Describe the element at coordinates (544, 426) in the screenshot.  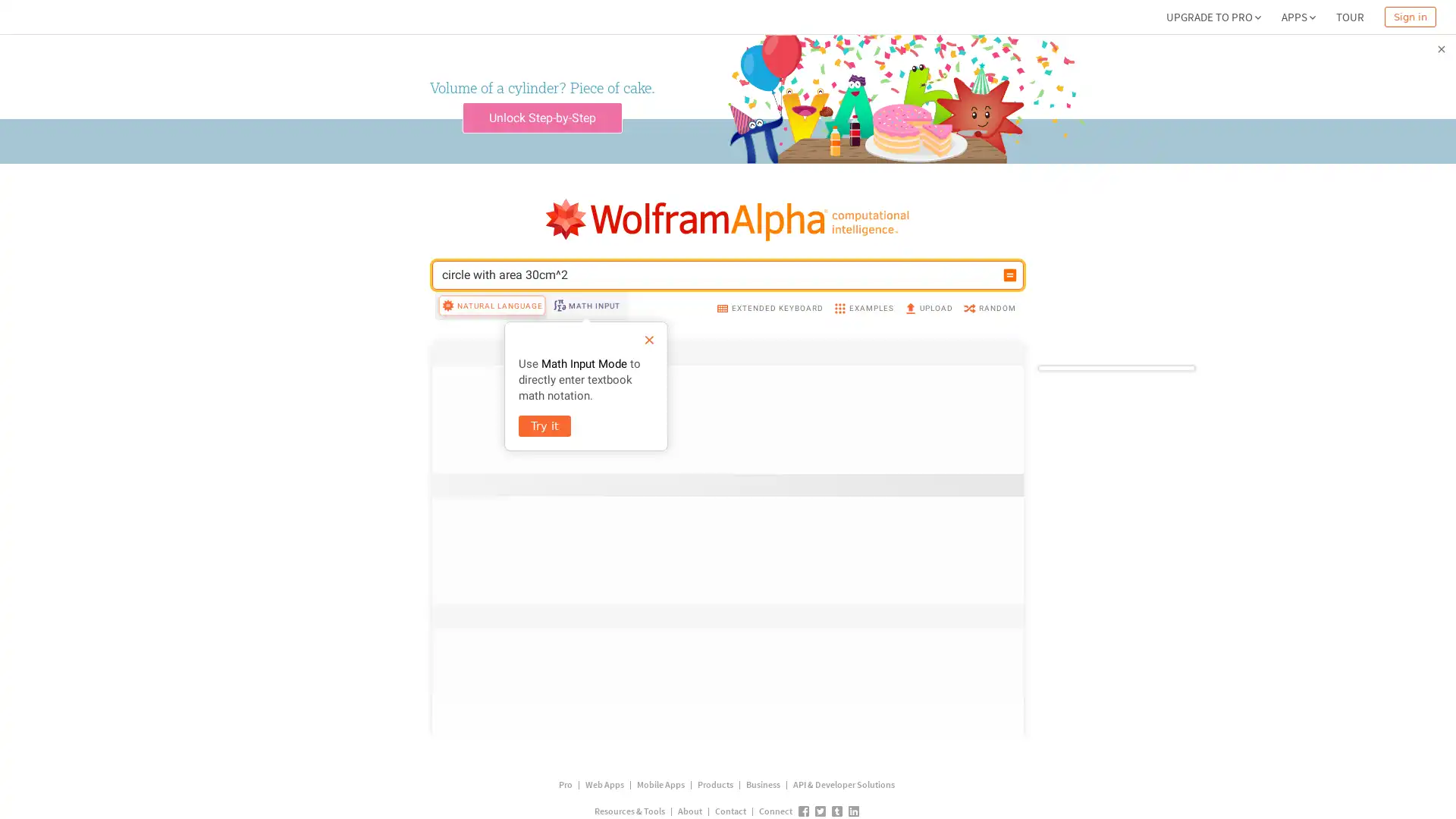
I see `Try it` at that location.